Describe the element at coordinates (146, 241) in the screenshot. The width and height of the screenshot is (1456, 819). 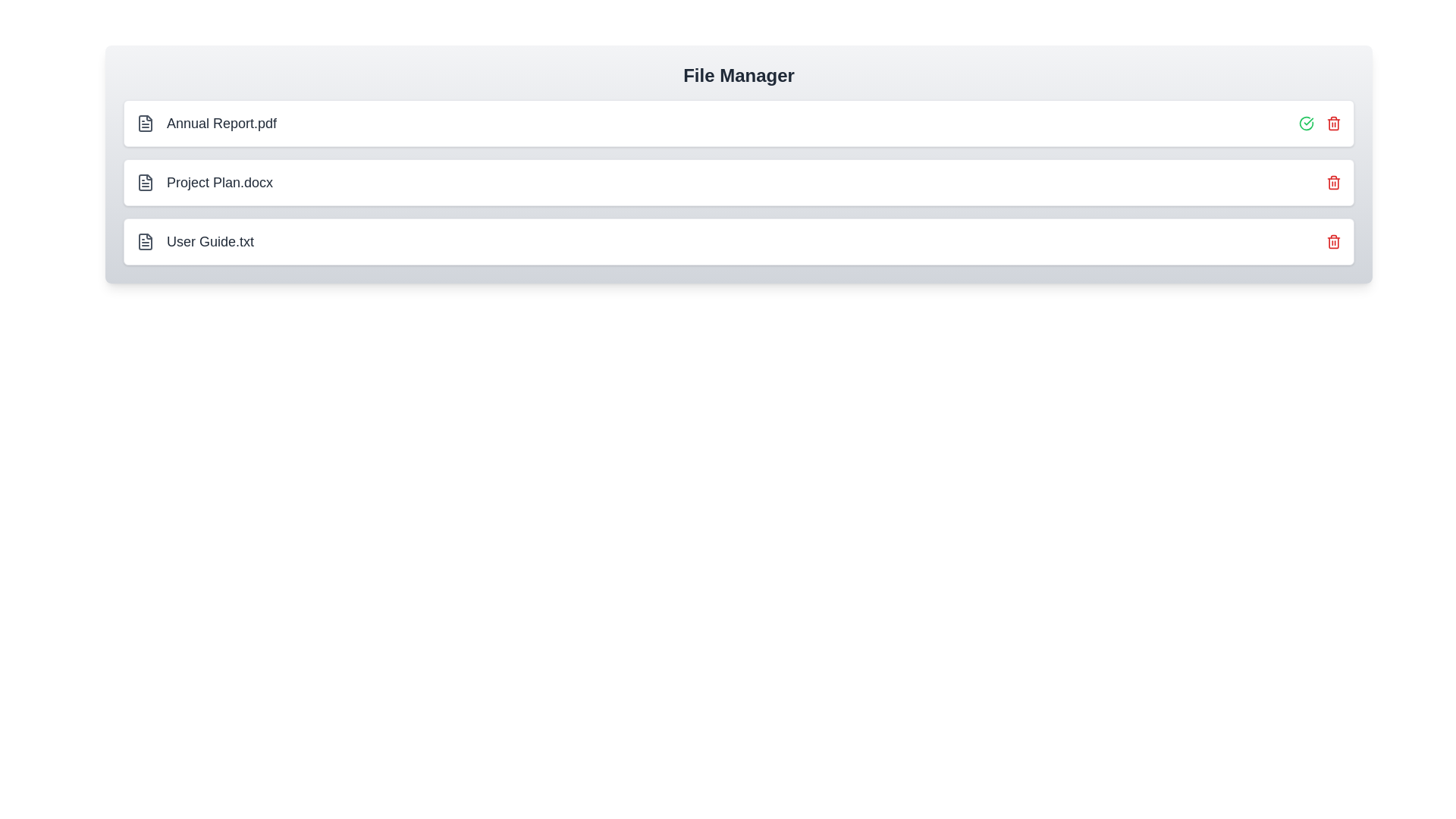
I see `the visual indicator icon that represents the 'User Guide.txt' text file, located on the left side of the file entry` at that location.